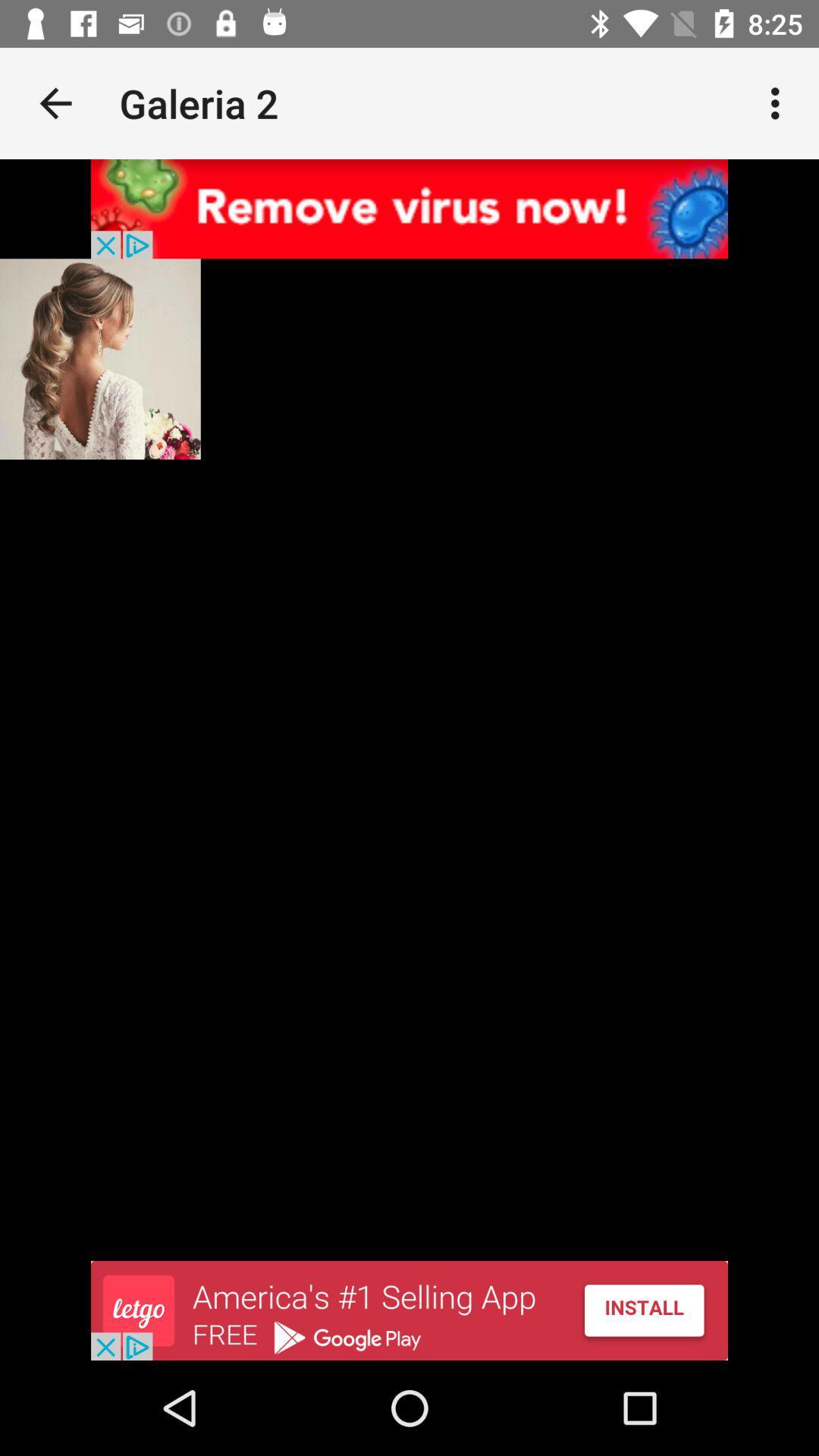 This screenshot has height=1456, width=819. Describe the element at coordinates (409, 208) in the screenshot. I see `remove the virus in mobile` at that location.